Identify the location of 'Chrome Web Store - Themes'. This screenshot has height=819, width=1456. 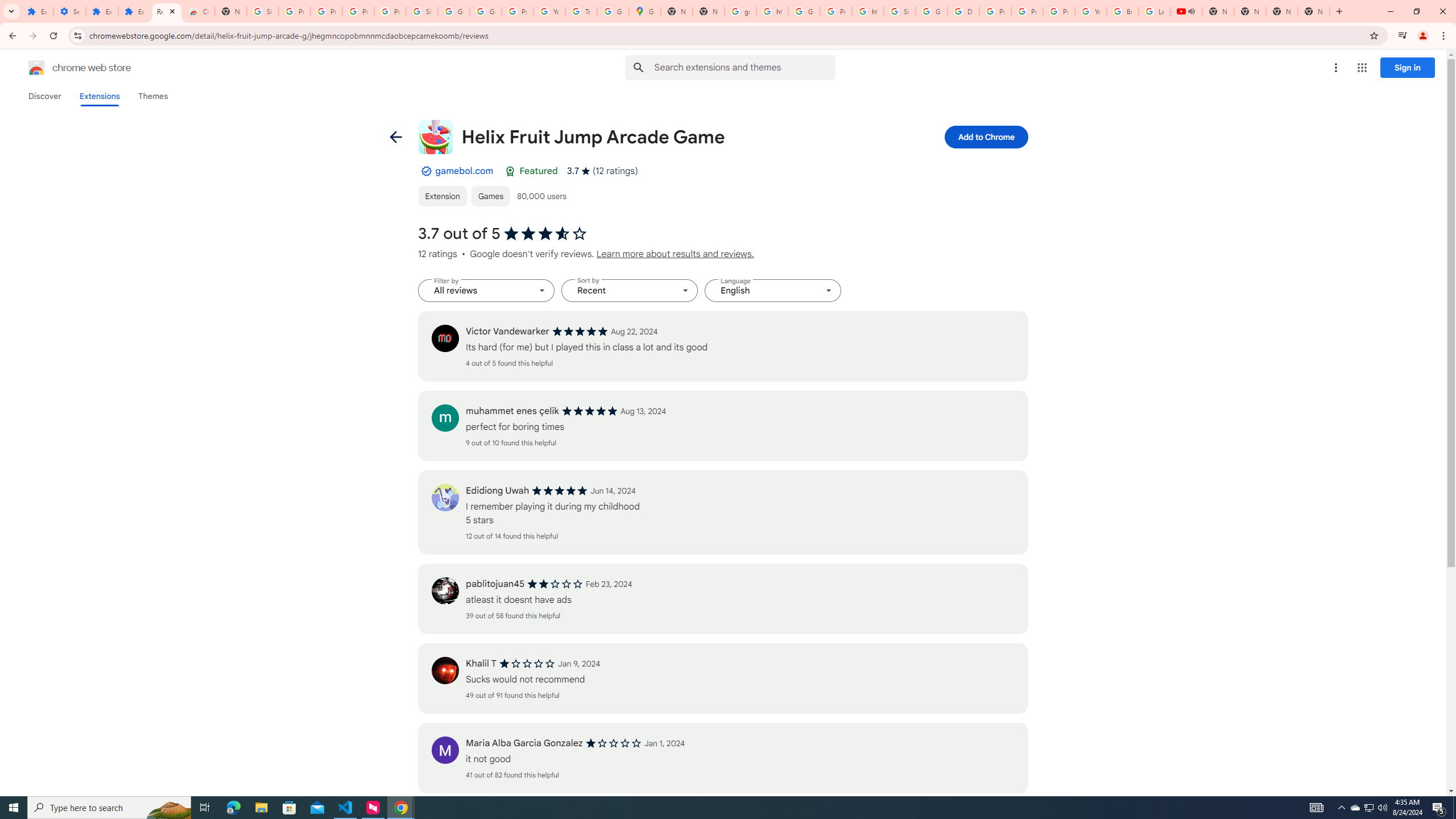
(198, 11).